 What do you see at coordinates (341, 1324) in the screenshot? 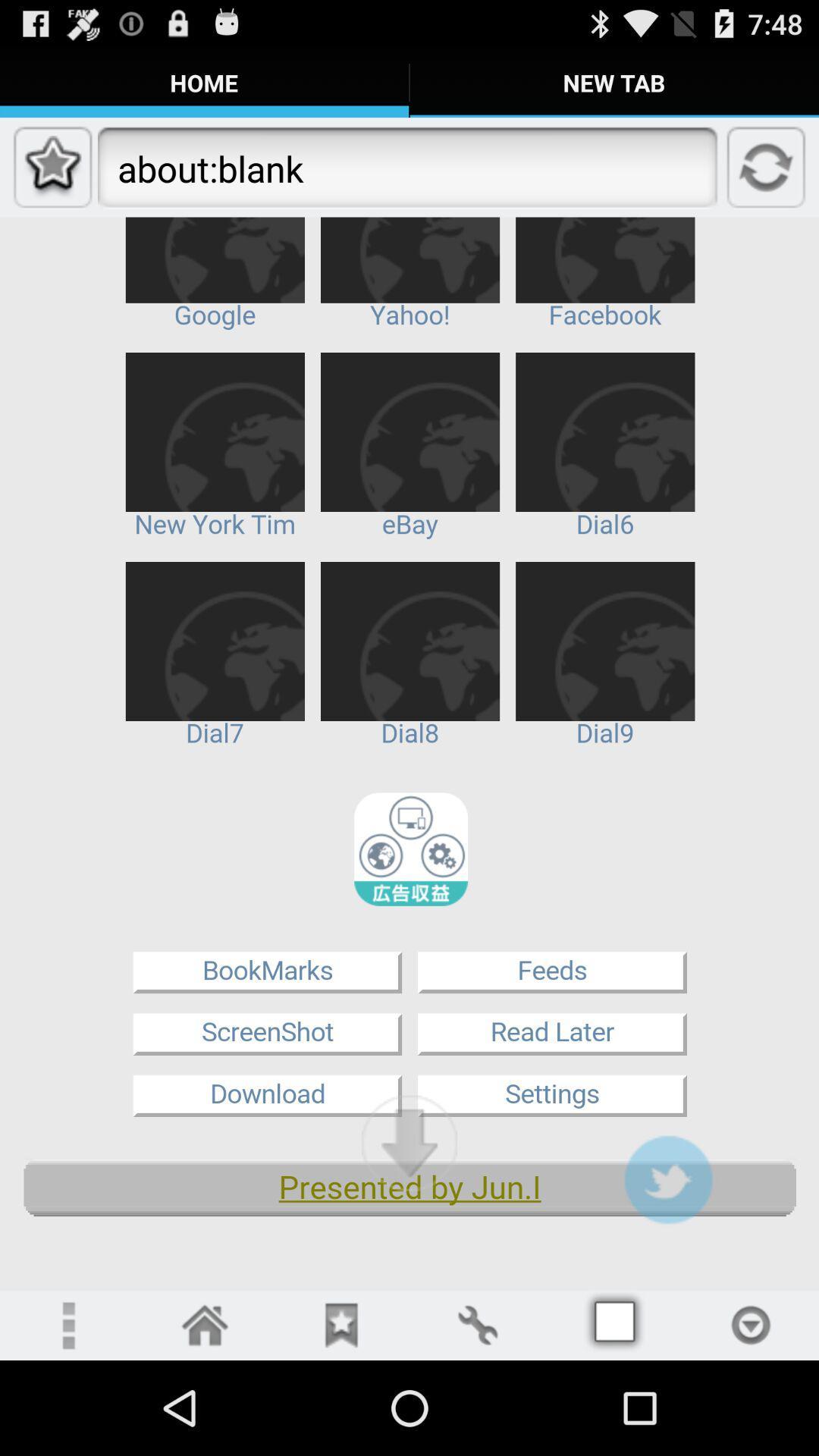
I see `review button` at bounding box center [341, 1324].